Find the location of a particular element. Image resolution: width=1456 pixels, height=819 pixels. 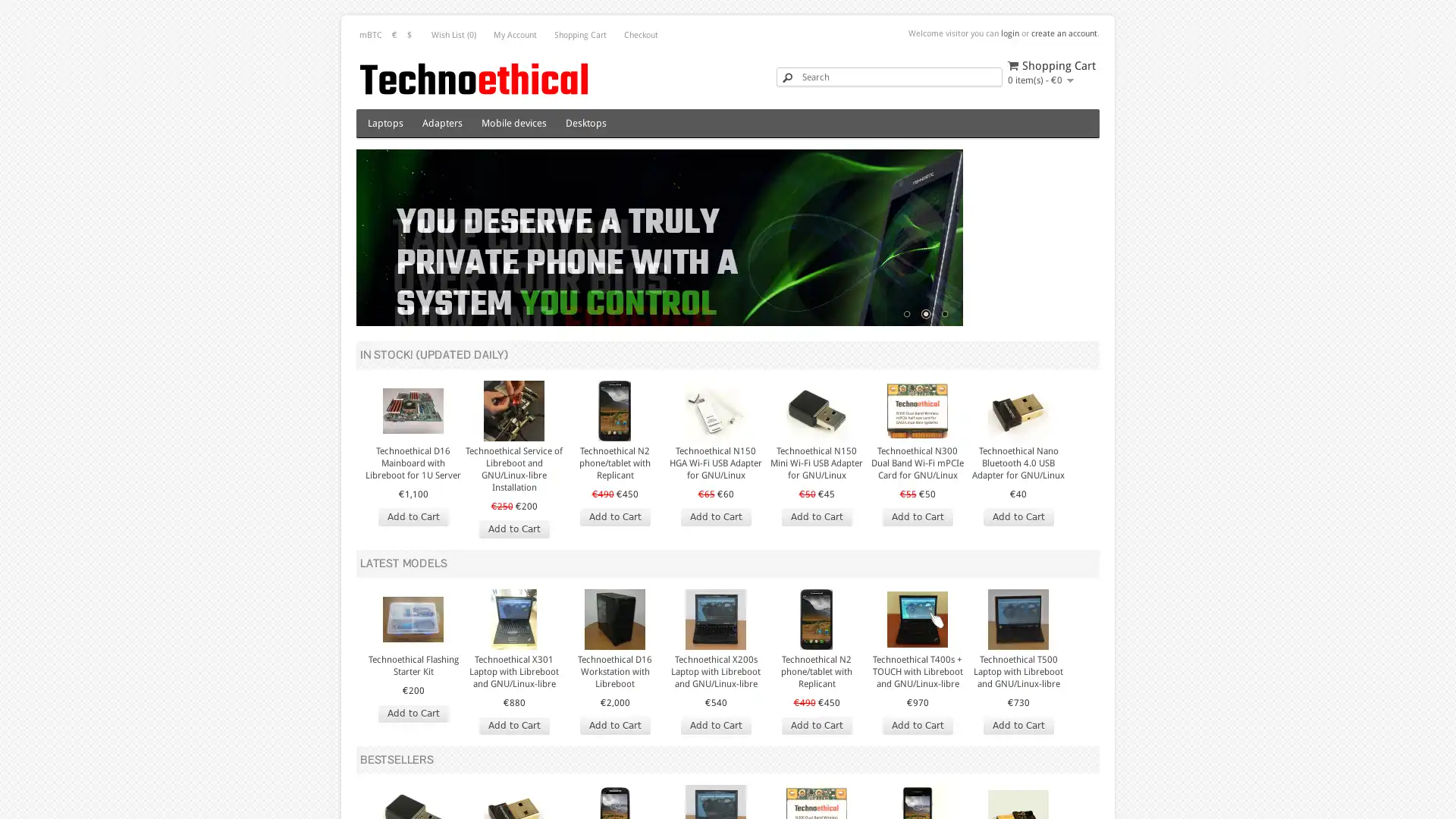

Add to Cart is located at coordinates (413, 763).